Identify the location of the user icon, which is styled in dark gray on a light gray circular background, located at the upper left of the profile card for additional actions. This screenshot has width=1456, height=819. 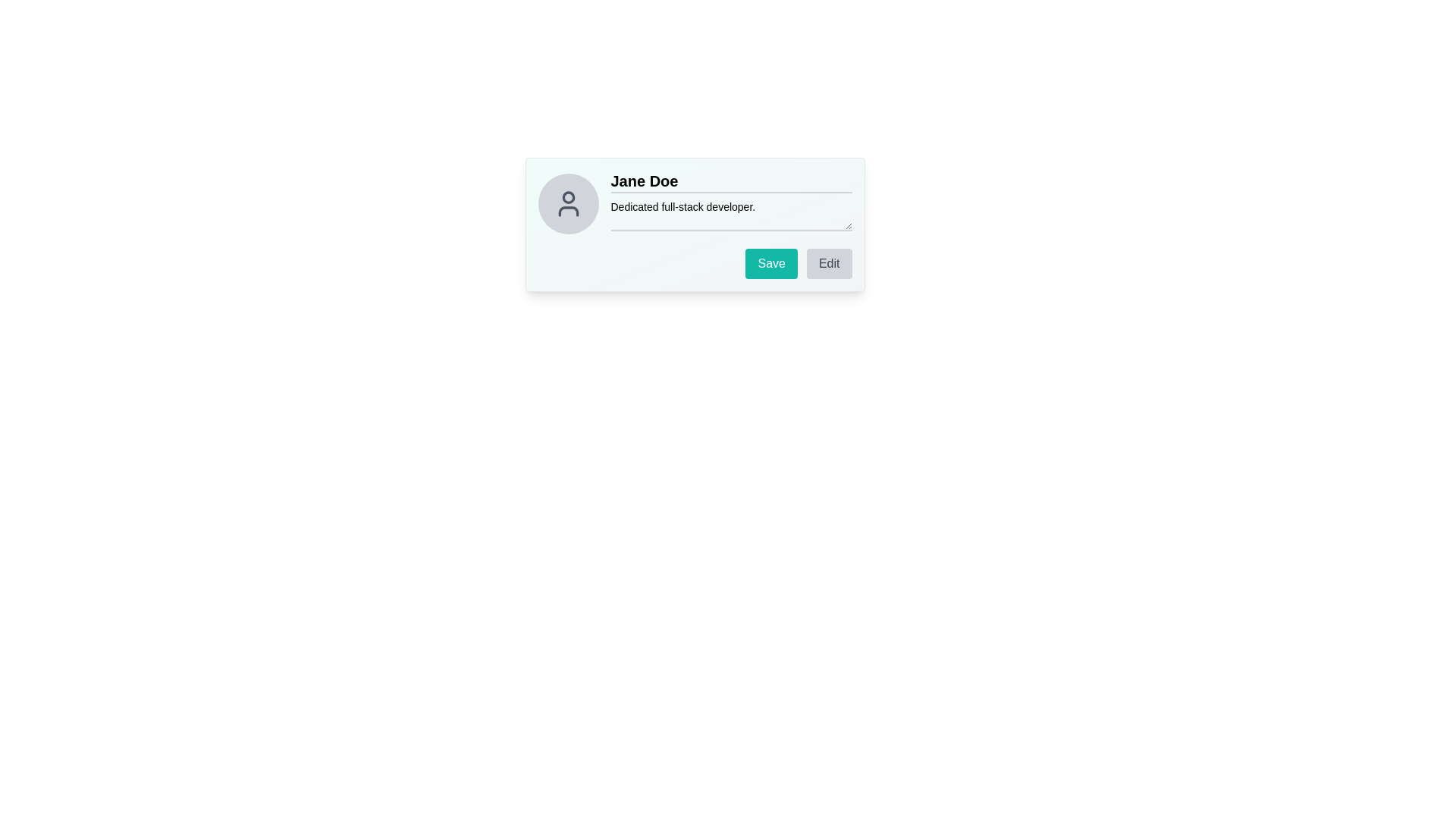
(567, 202).